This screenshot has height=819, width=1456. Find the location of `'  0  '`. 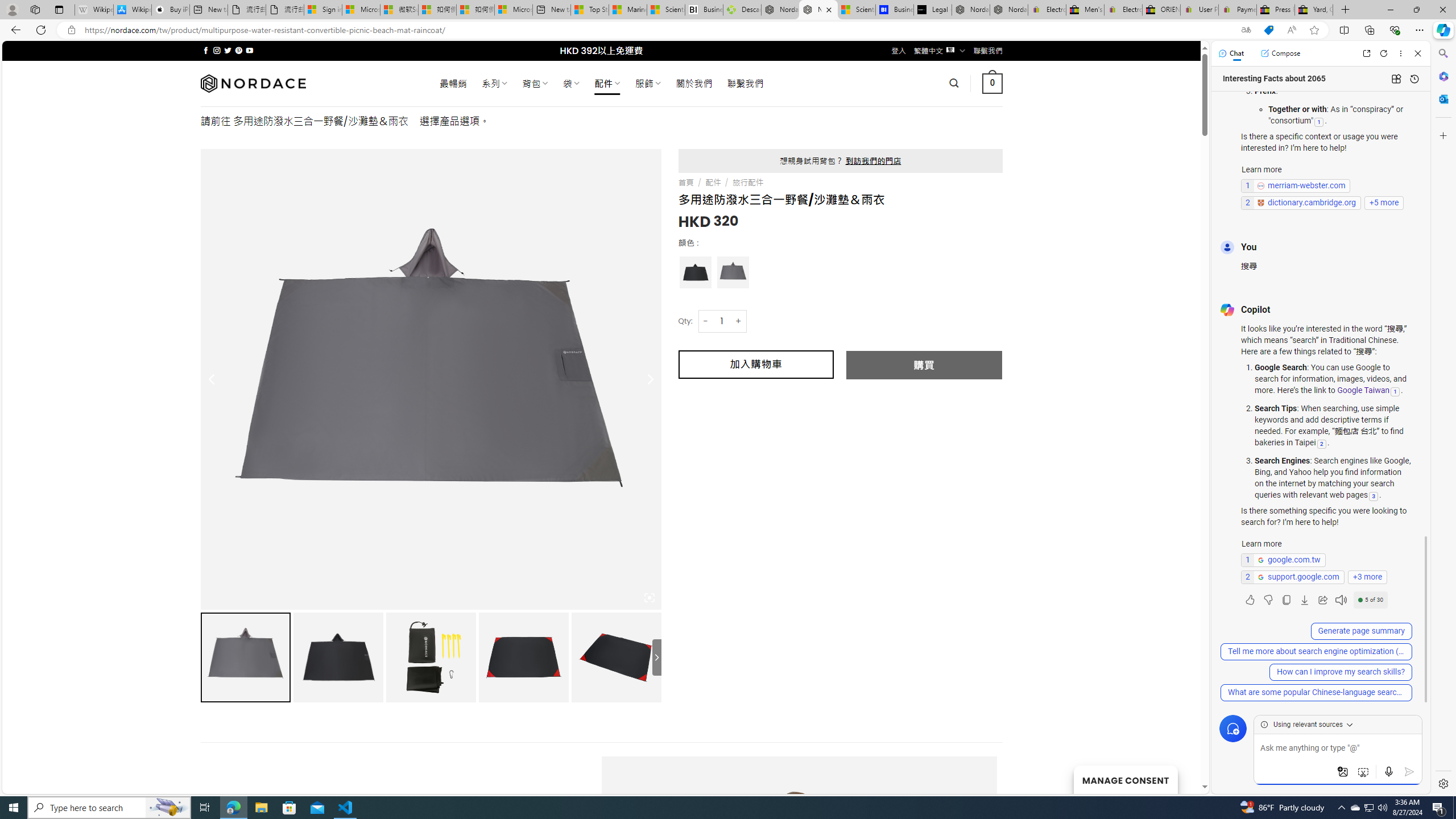

'  0  ' is located at coordinates (992, 82).